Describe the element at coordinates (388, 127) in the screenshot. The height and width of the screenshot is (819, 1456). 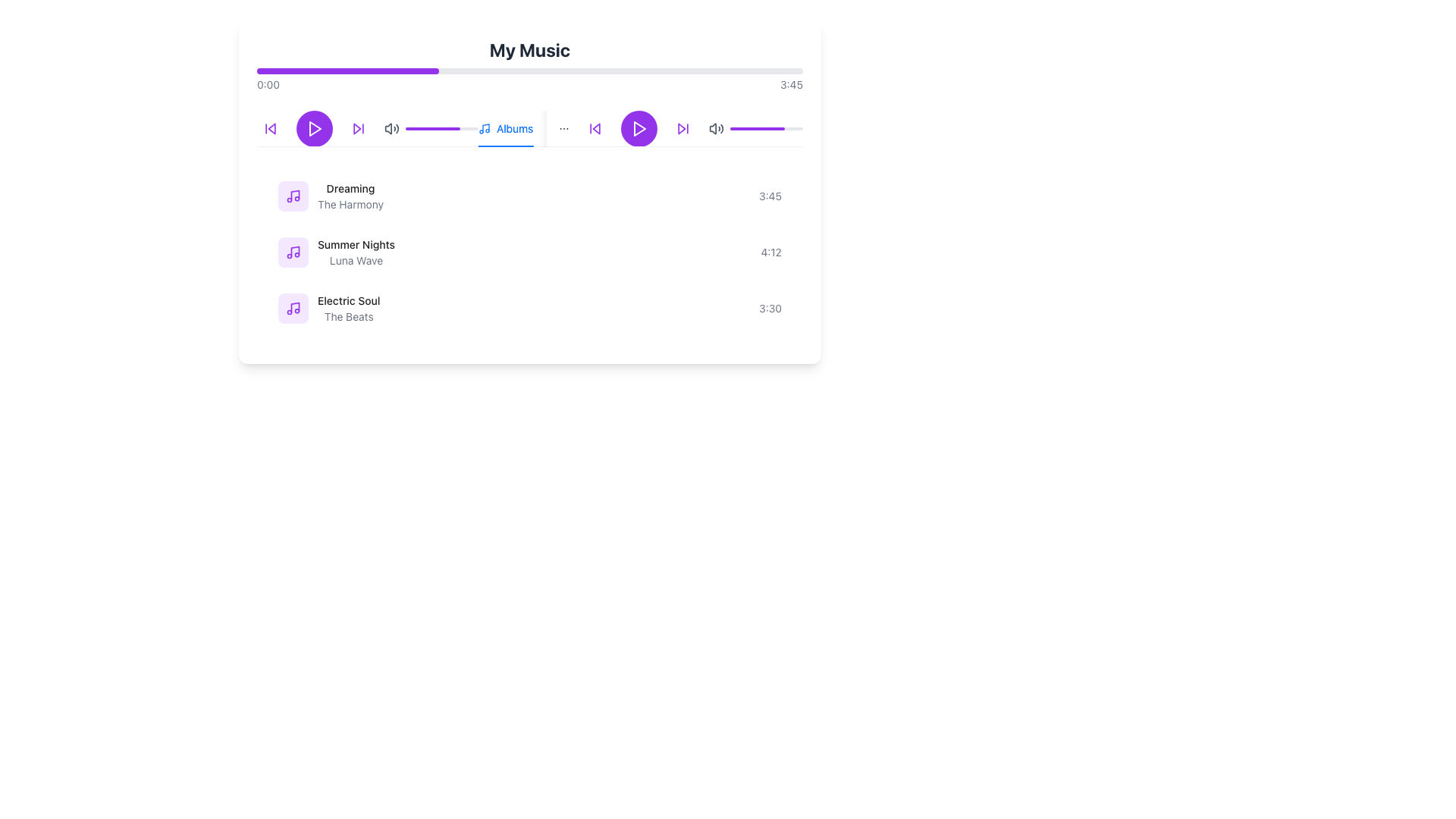
I see `the main speaker body icon in the volume control of the music player interface` at that location.